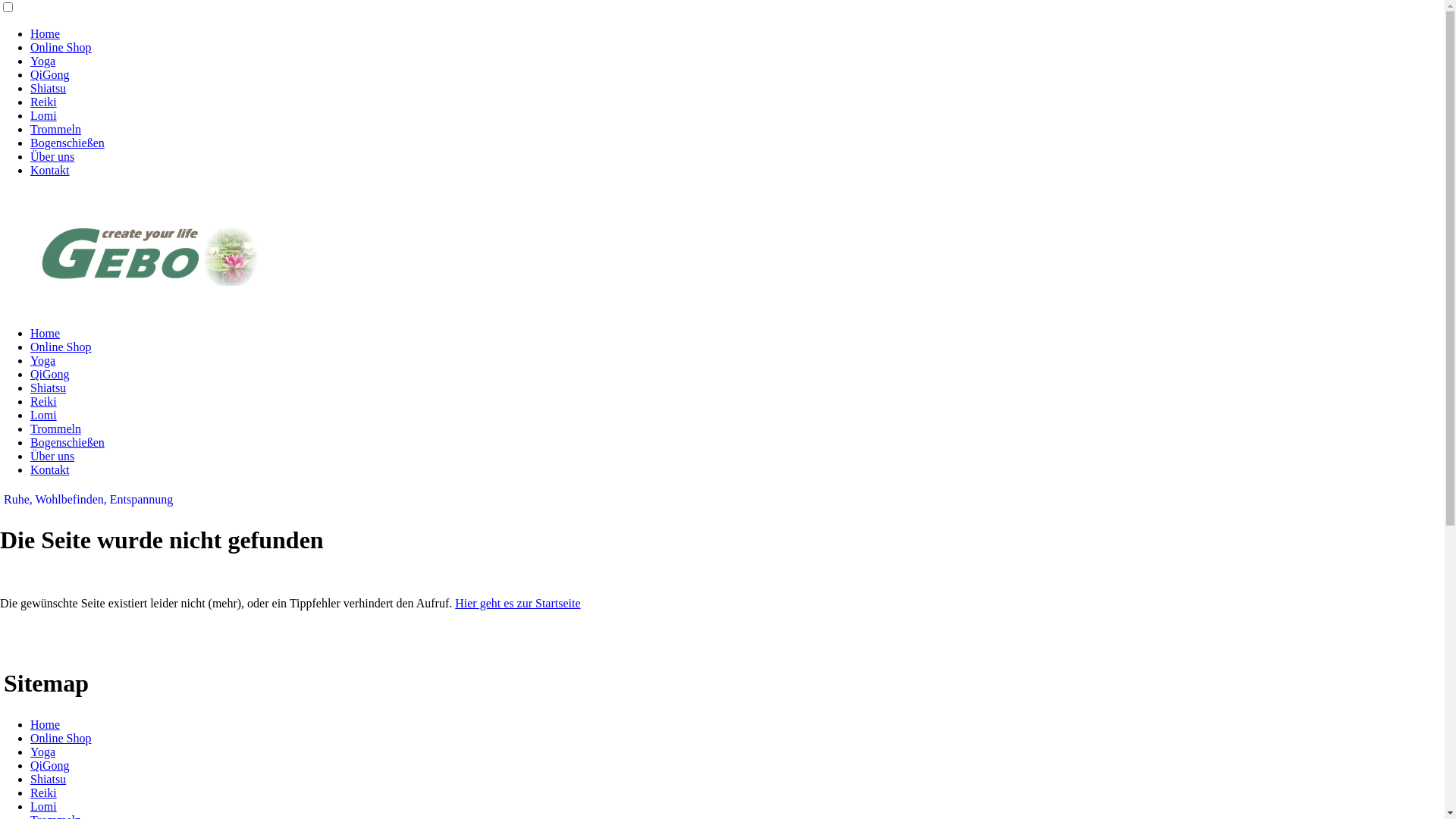 The width and height of the screenshot is (1456, 819). What do you see at coordinates (517, 602) in the screenshot?
I see `'Hier geht es zur Startseite'` at bounding box center [517, 602].